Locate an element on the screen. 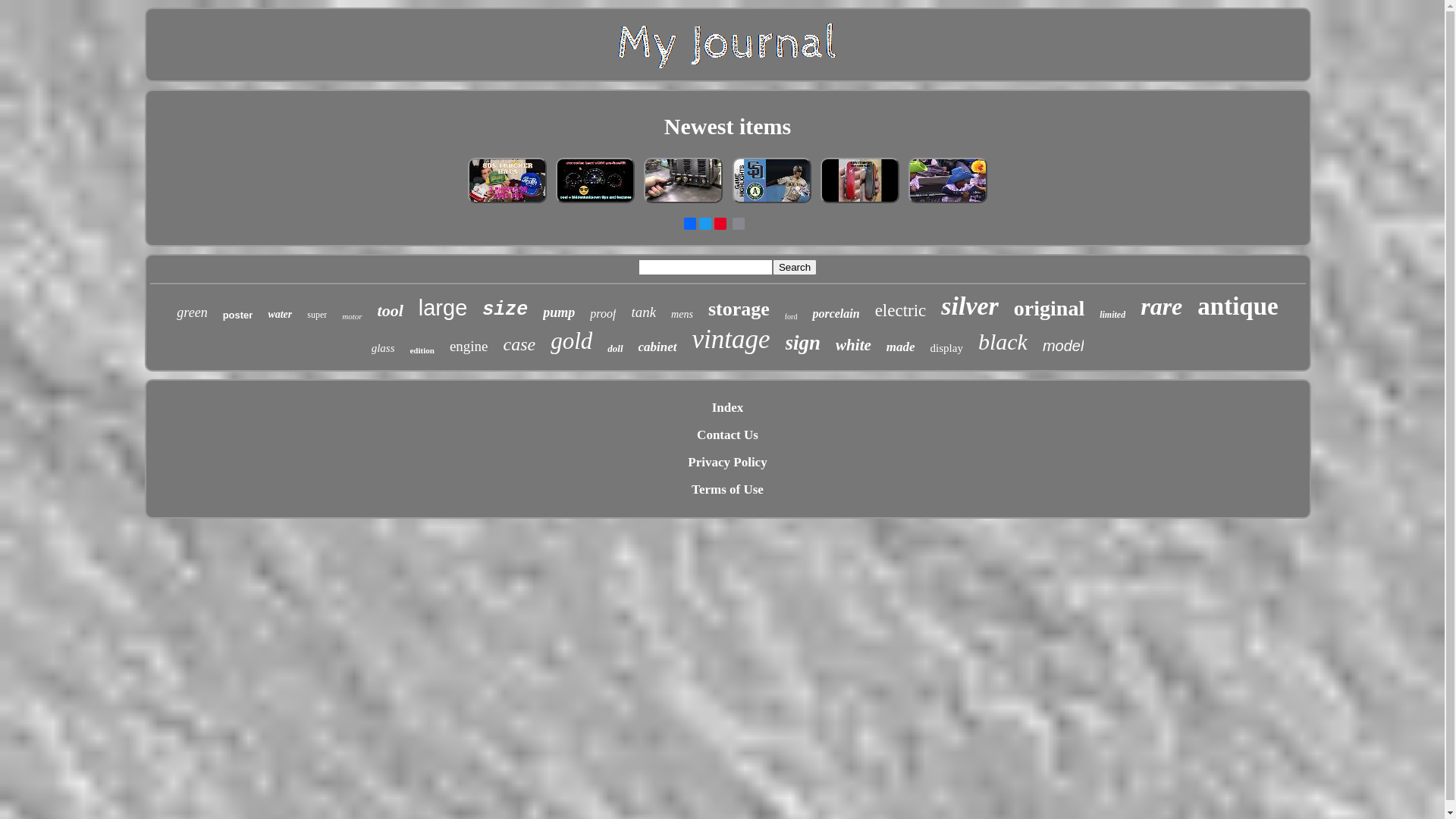  'rare' is located at coordinates (1160, 306).